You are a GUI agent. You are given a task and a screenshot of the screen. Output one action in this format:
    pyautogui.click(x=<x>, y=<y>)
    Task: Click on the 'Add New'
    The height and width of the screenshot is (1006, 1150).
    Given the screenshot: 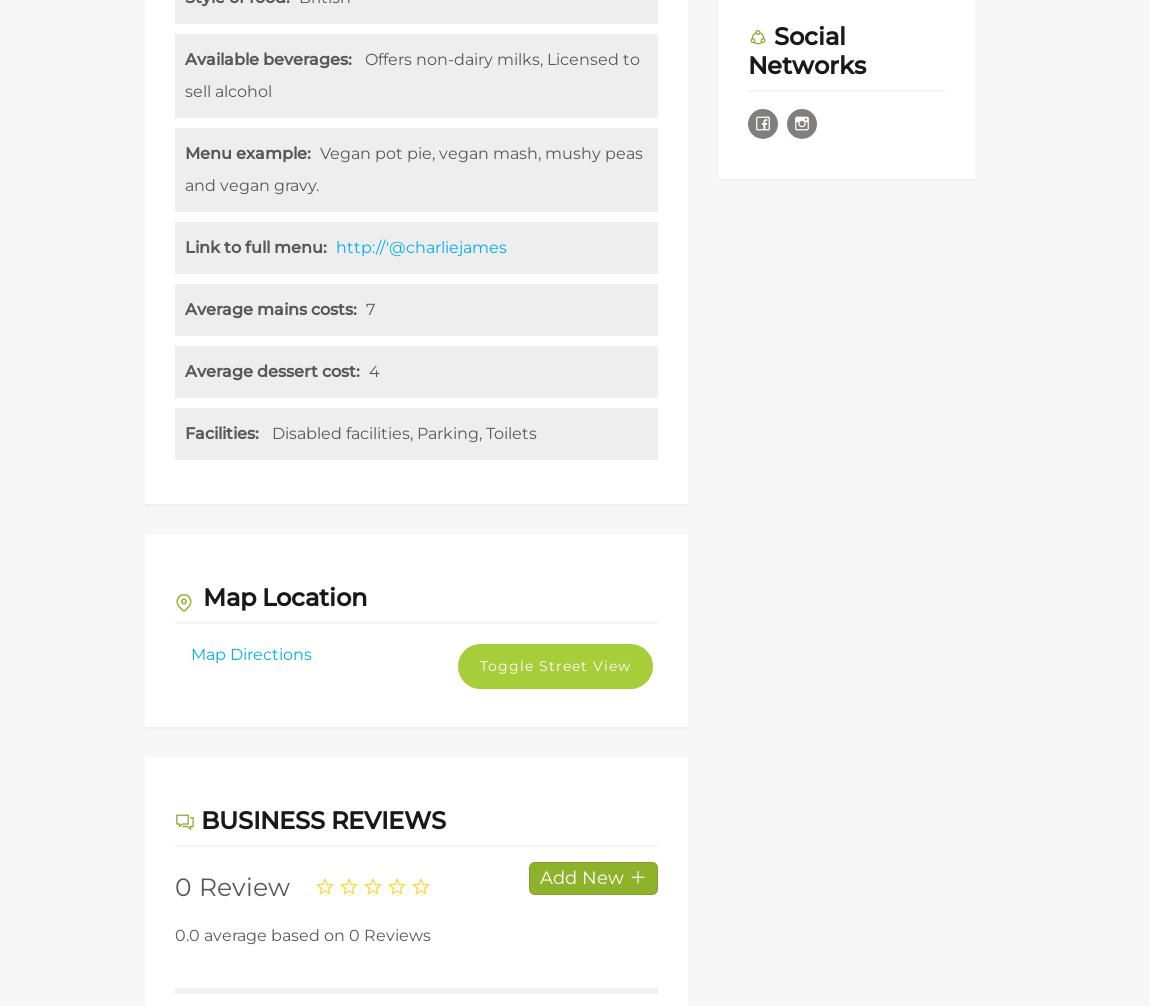 What is the action you would take?
    pyautogui.click(x=583, y=877)
    